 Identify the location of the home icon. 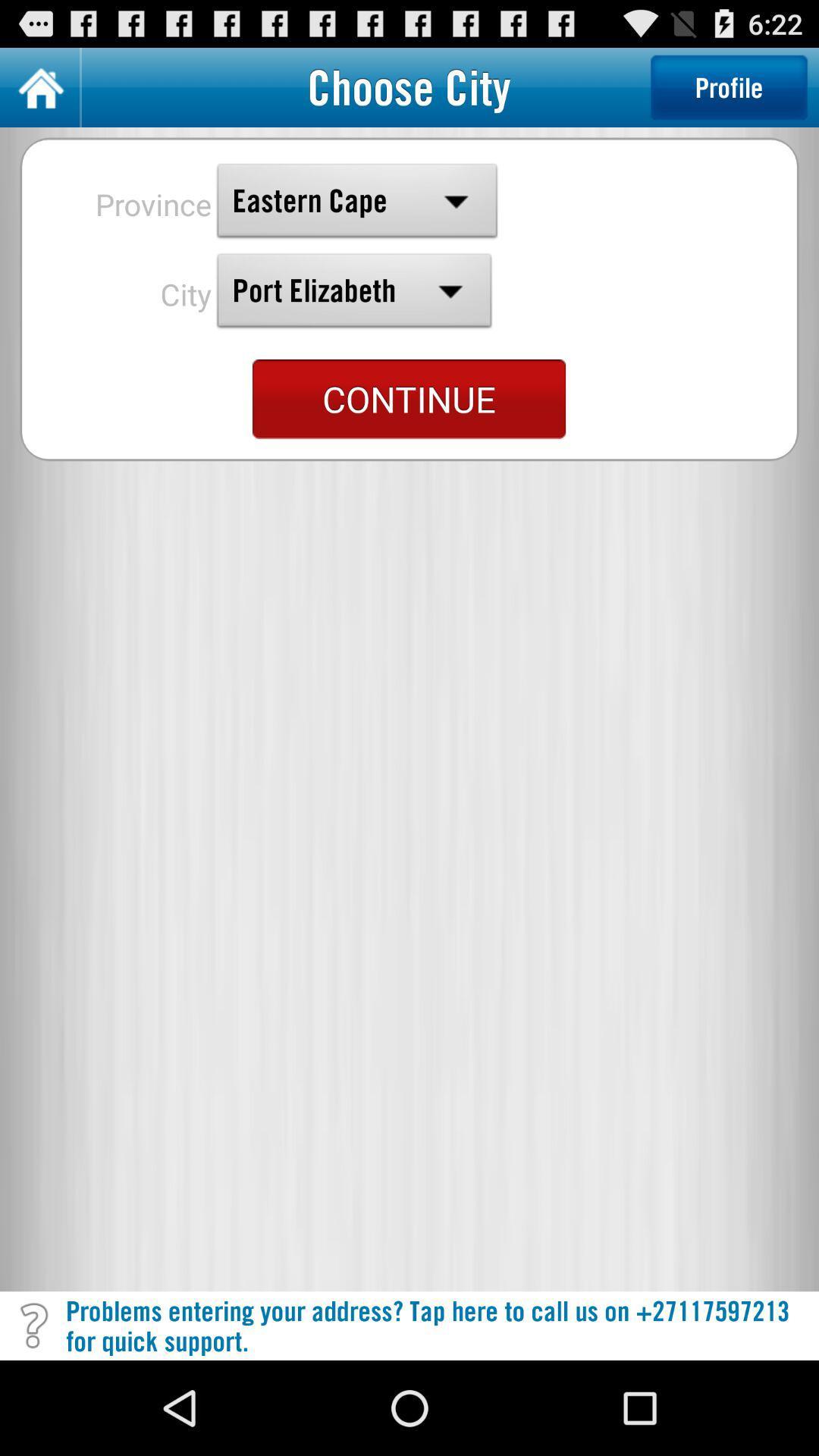
(39, 93).